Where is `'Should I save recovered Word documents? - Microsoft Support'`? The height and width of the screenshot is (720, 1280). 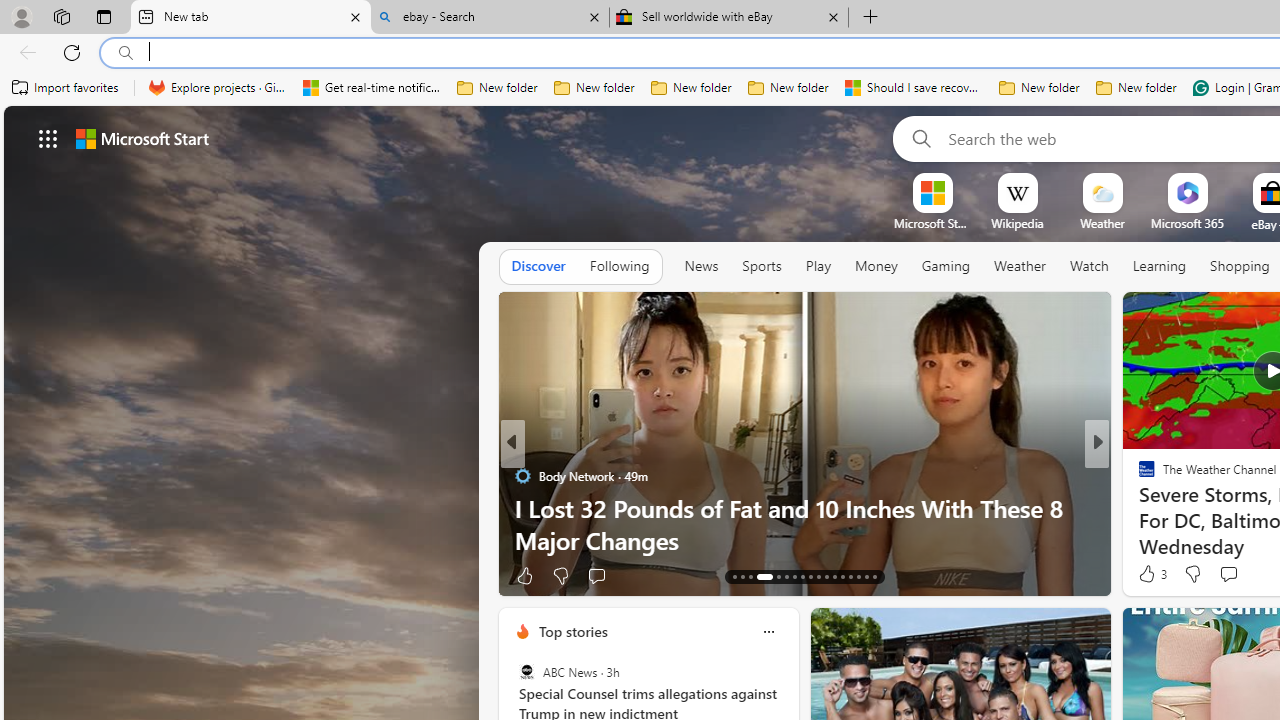
'Should I save recovered Word documents? - Microsoft Support' is located at coordinates (912, 87).